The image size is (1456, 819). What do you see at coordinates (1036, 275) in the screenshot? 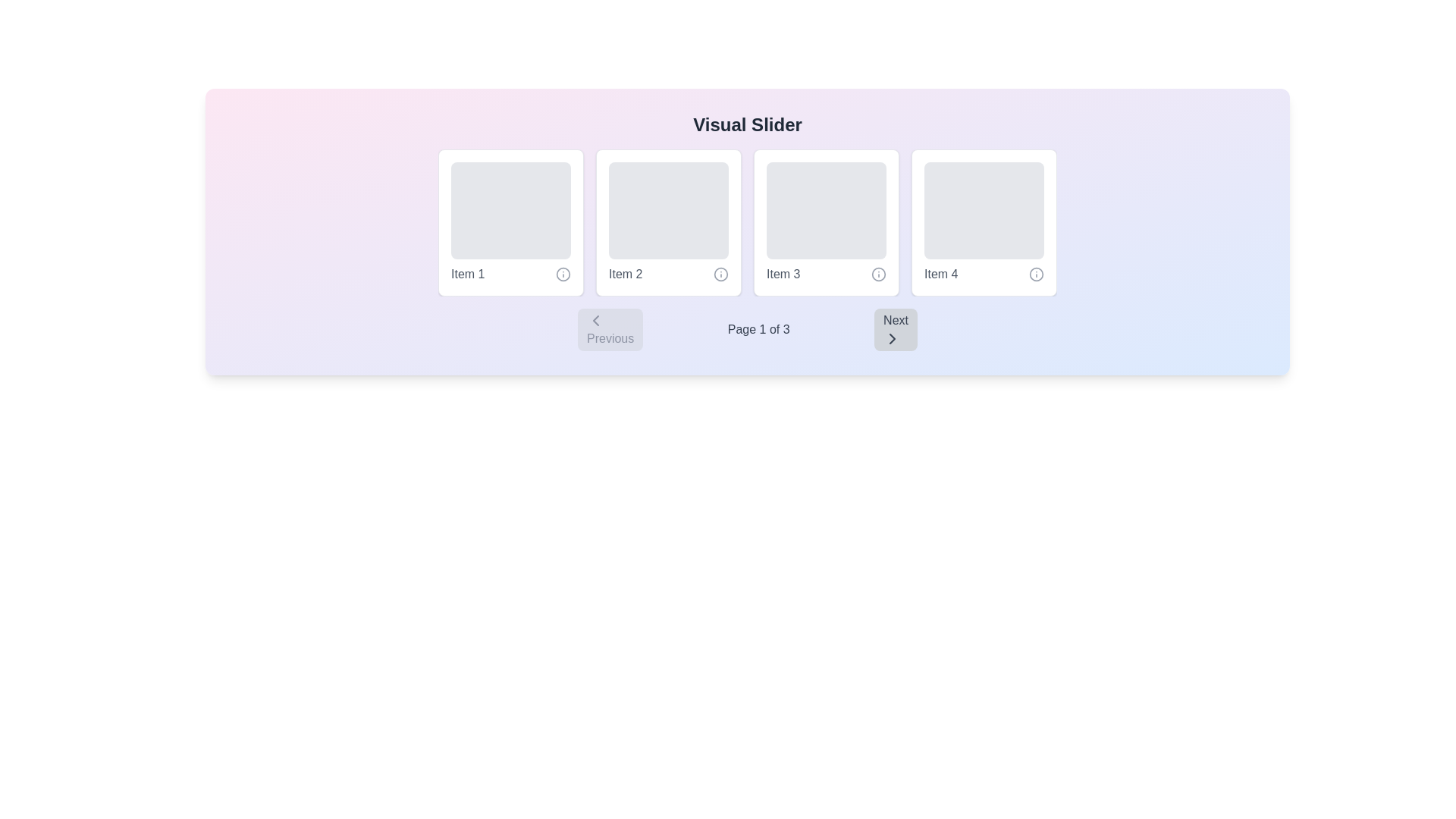
I see `the 'info' icon located at the bottom-right corner of the 'Item 4' box in the horizontal slider` at bounding box center [1036, 275].